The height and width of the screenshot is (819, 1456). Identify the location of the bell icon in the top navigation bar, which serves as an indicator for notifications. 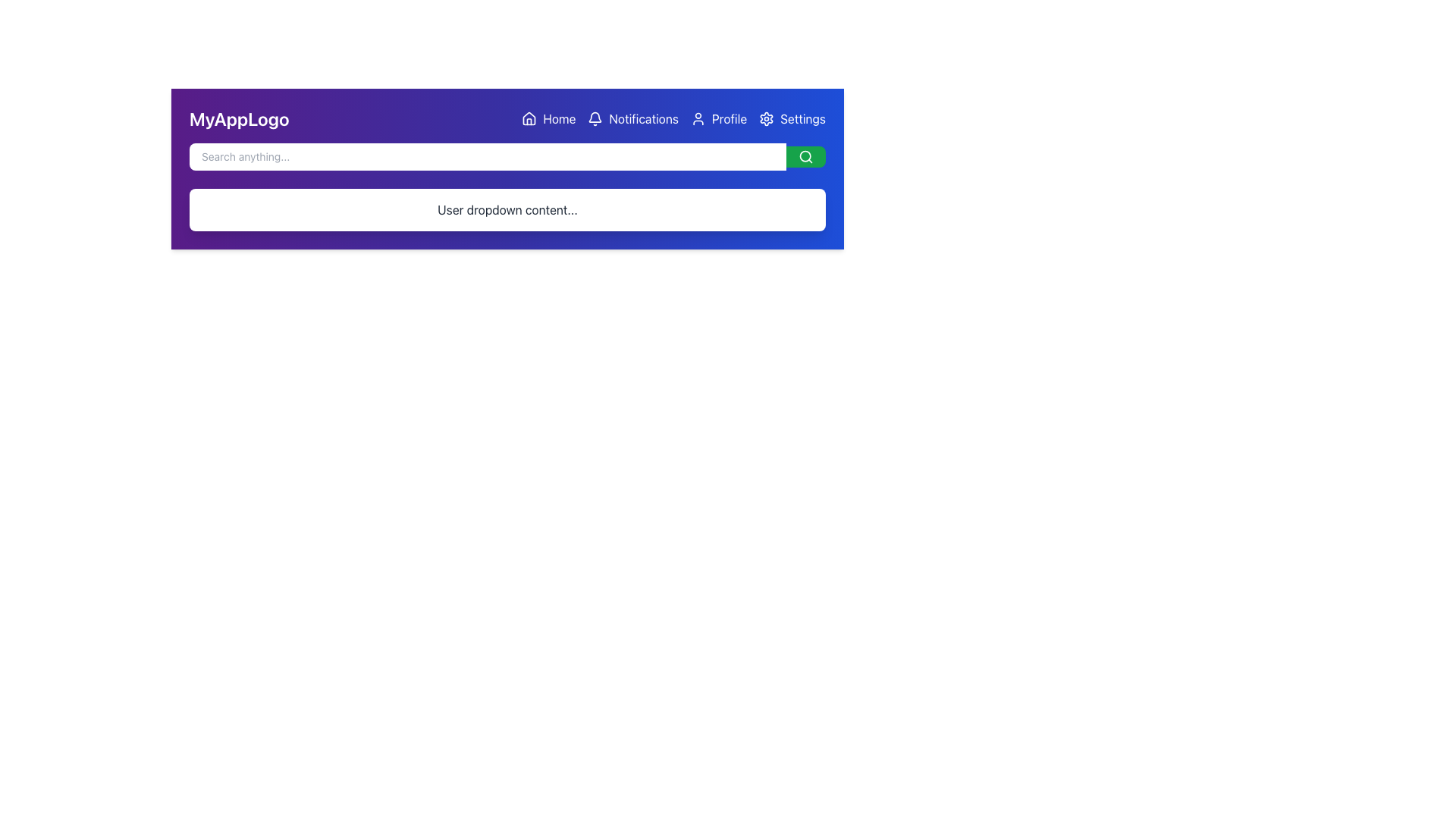
(595, 116).